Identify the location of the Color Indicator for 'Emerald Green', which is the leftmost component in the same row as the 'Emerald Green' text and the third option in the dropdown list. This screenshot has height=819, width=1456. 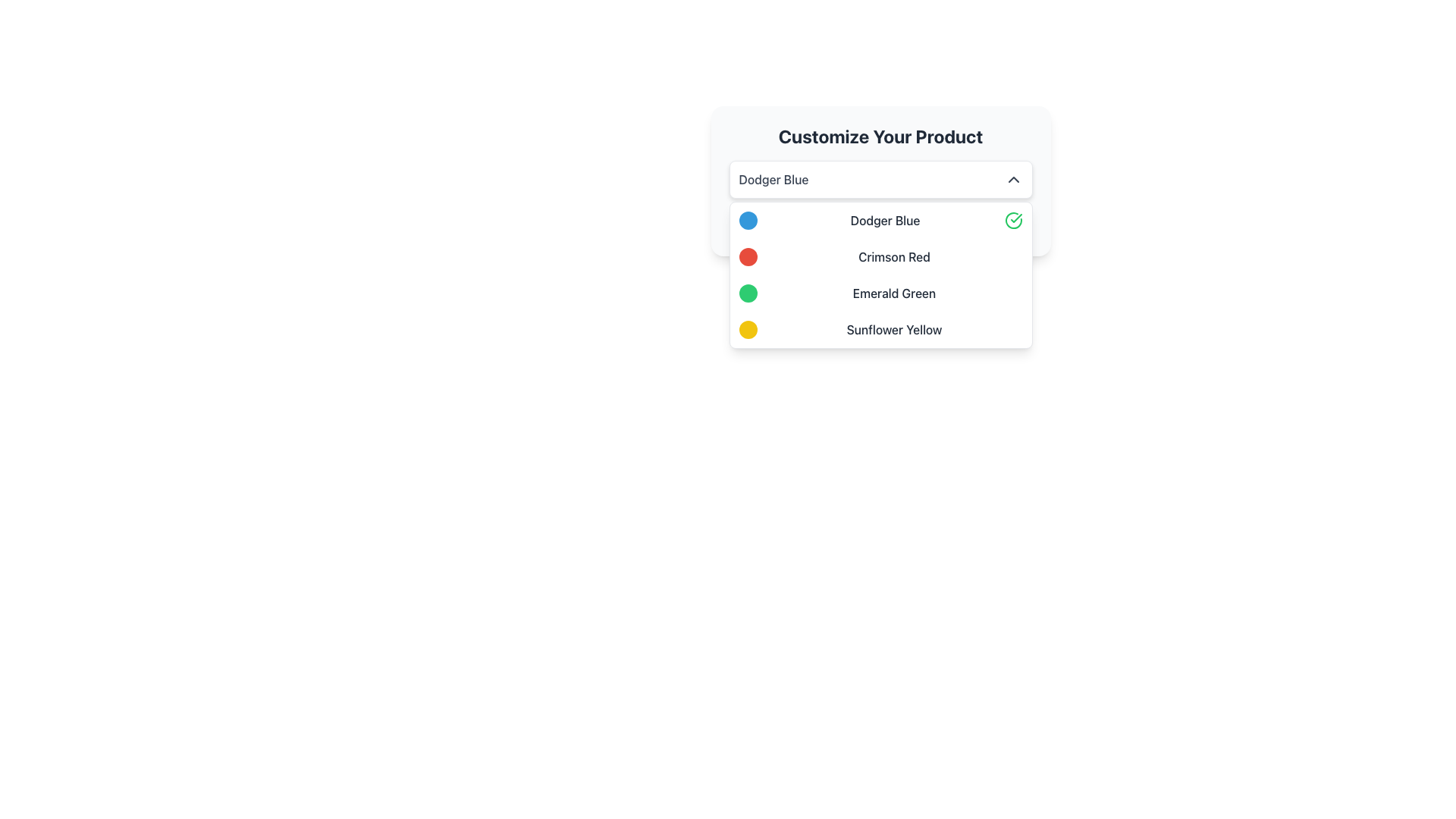
(748, 293).